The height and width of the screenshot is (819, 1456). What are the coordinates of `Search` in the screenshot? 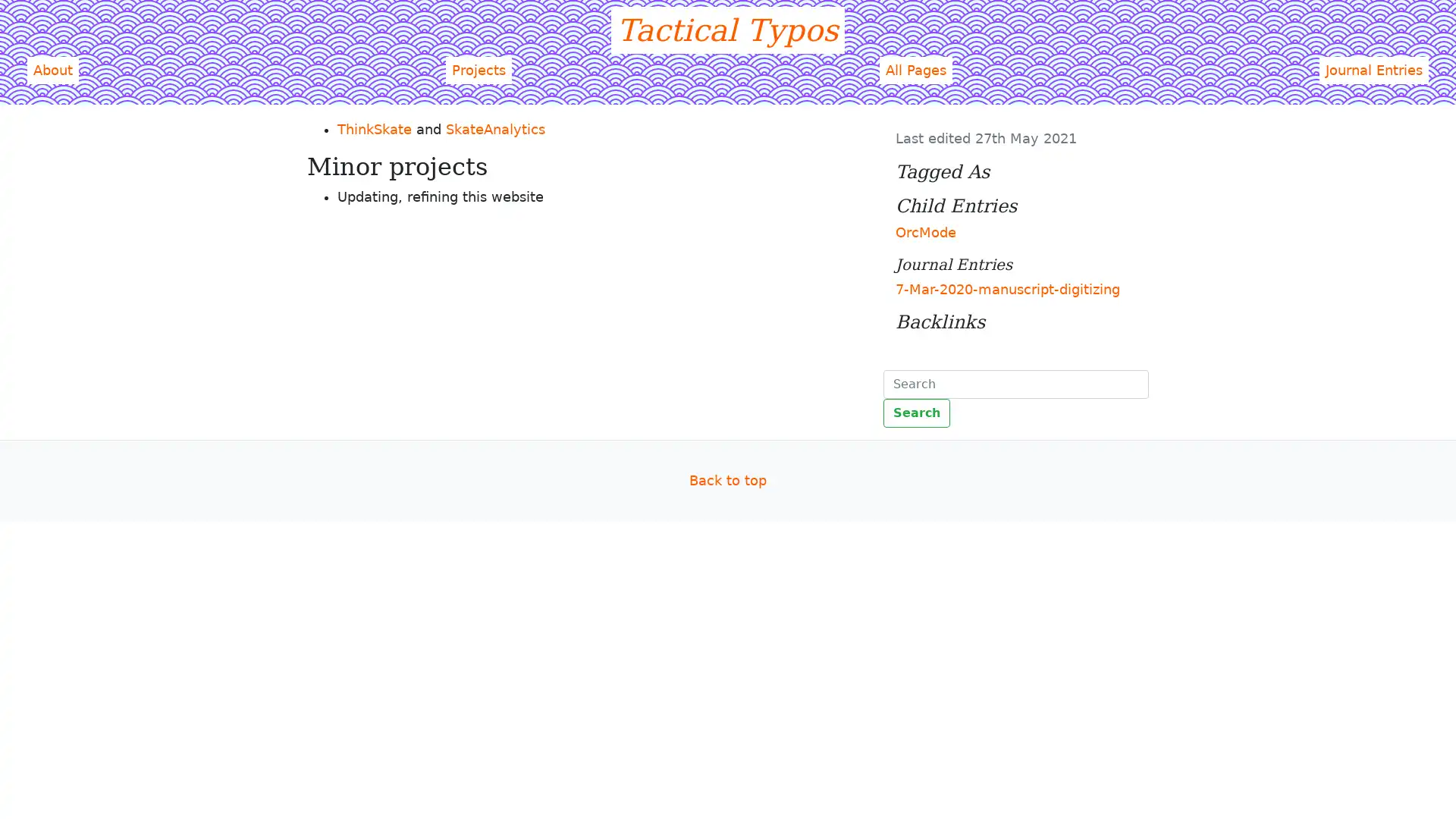 It's located at (916, 412).